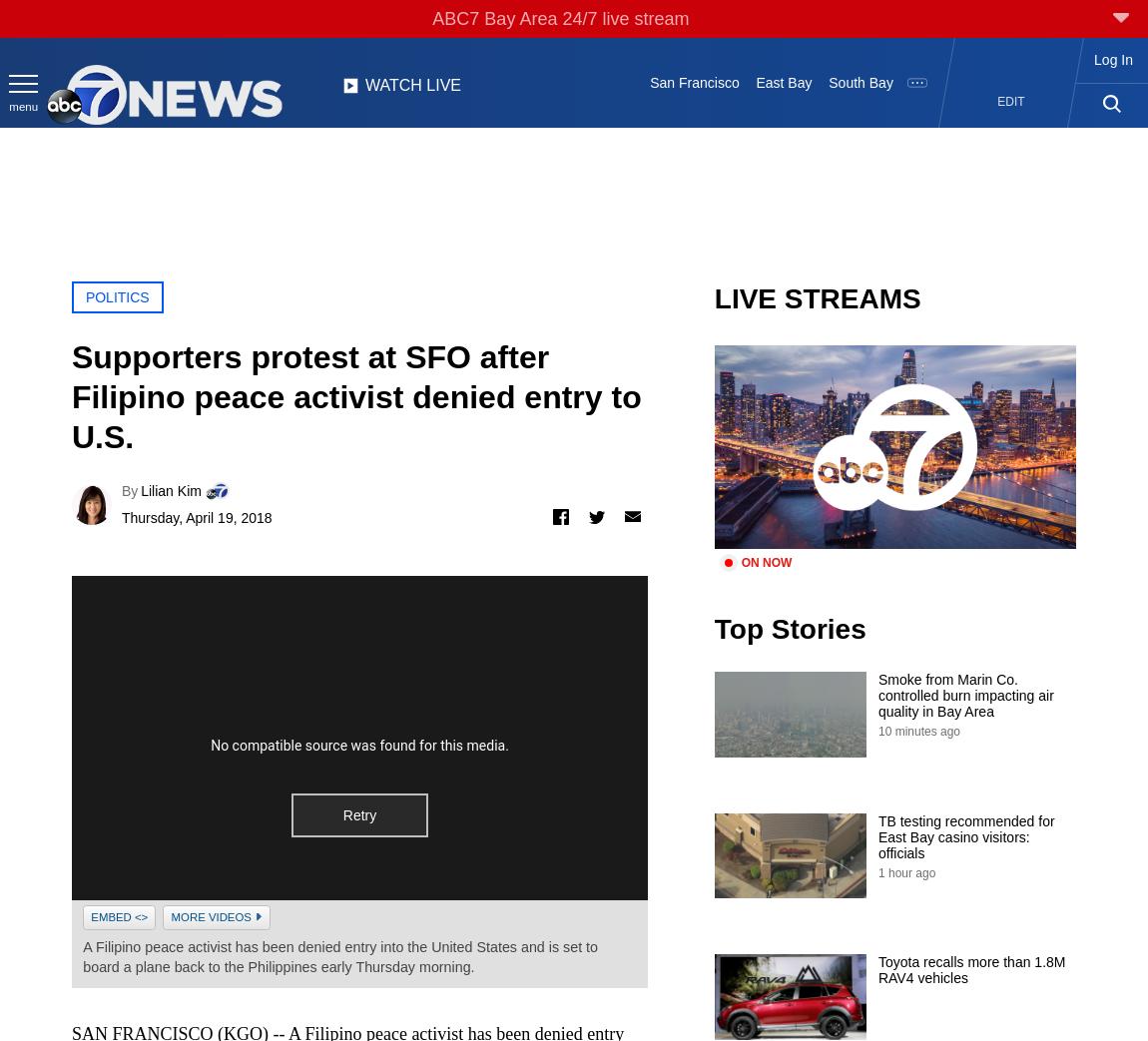  I want to click on 'By', so click(128, 489).